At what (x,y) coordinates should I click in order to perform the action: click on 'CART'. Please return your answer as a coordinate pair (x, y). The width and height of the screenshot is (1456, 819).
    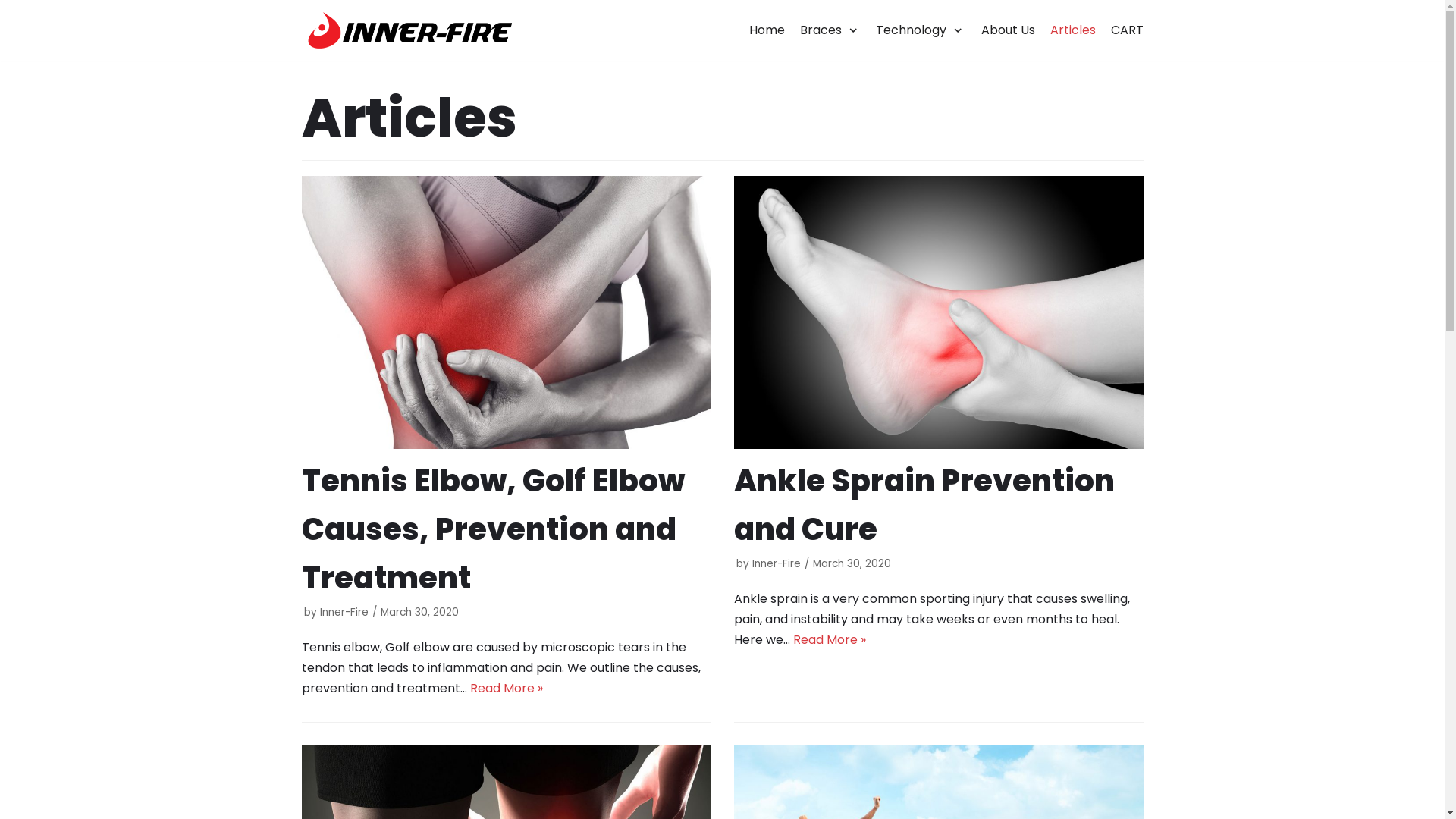
    Looking at the image, I should click on (1110, 30).